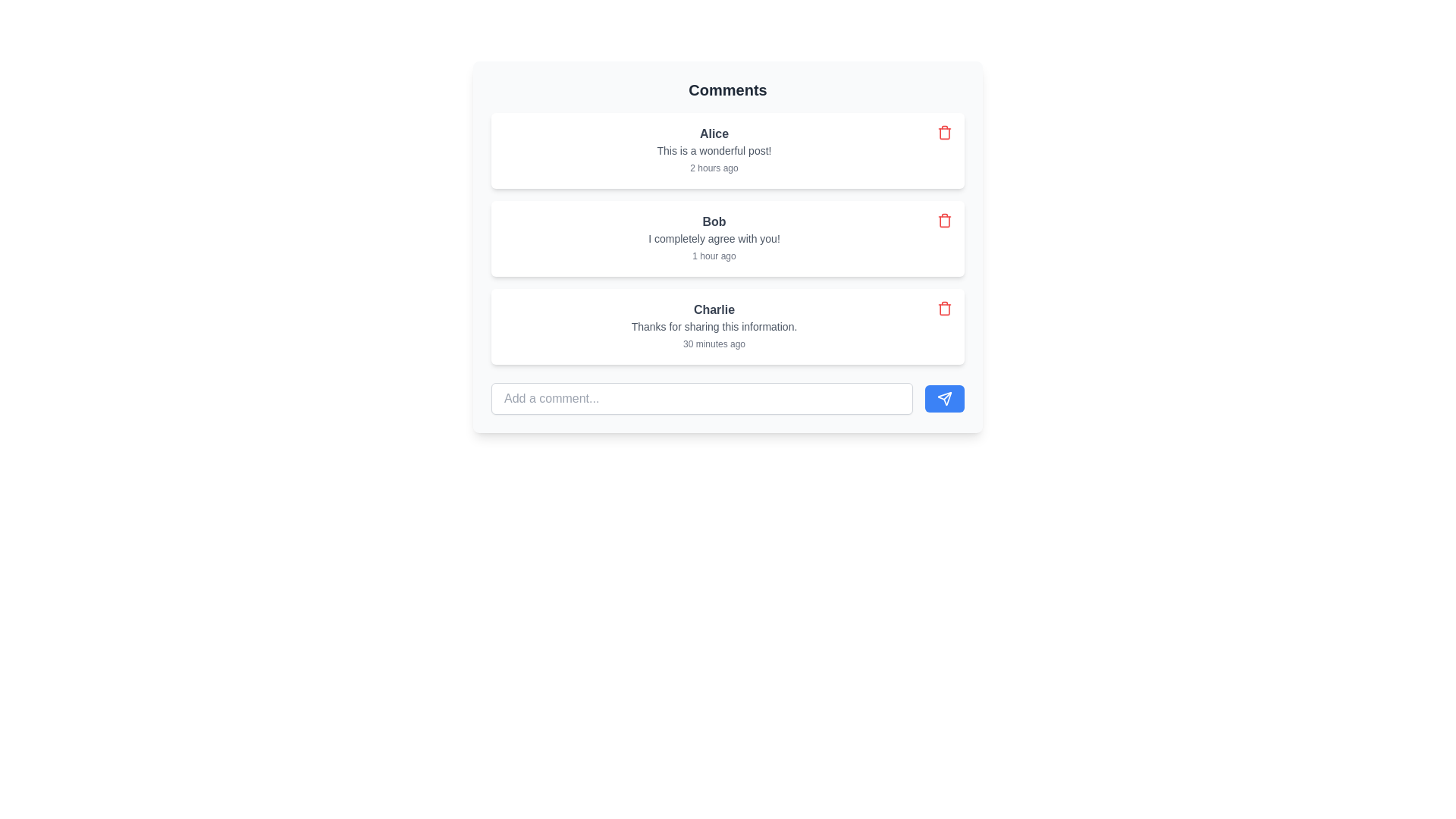 Image resolution: width=1456 pixels, height=819 pixels. Describe the element at coordinates (713, 344) in the screenshot. I see `the text element displaying '30 minutes ago', which is styled in a small gray font and located in the third comment box below the user named 'Charlie'` at that location.